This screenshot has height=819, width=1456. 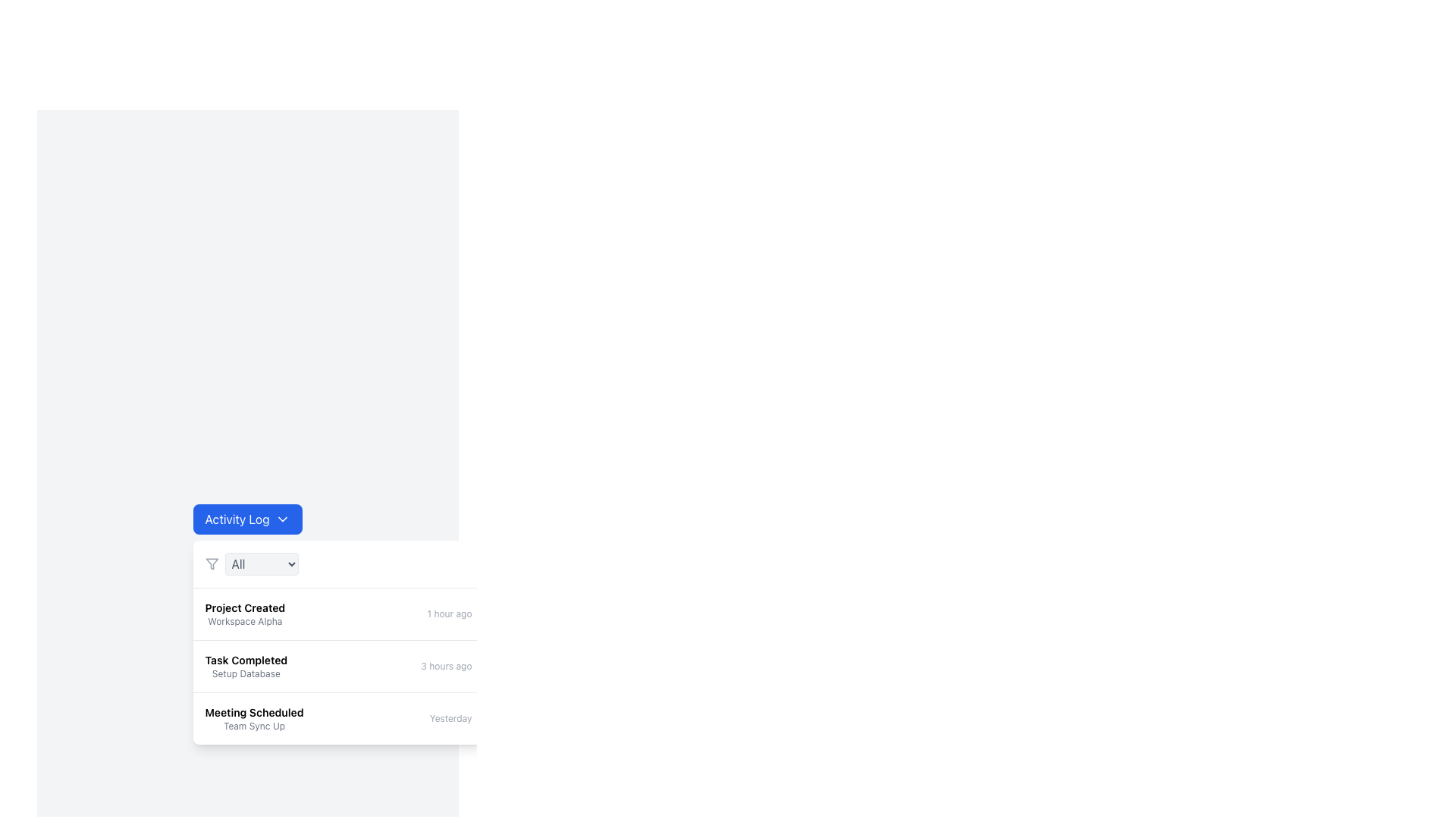 What do you see at coordinates (247, 519) in the screenshot?
I see `the blue rectangular button labeled 'Activity Log' with a downward-facing chevron icon` at bounding box center [247, 519].